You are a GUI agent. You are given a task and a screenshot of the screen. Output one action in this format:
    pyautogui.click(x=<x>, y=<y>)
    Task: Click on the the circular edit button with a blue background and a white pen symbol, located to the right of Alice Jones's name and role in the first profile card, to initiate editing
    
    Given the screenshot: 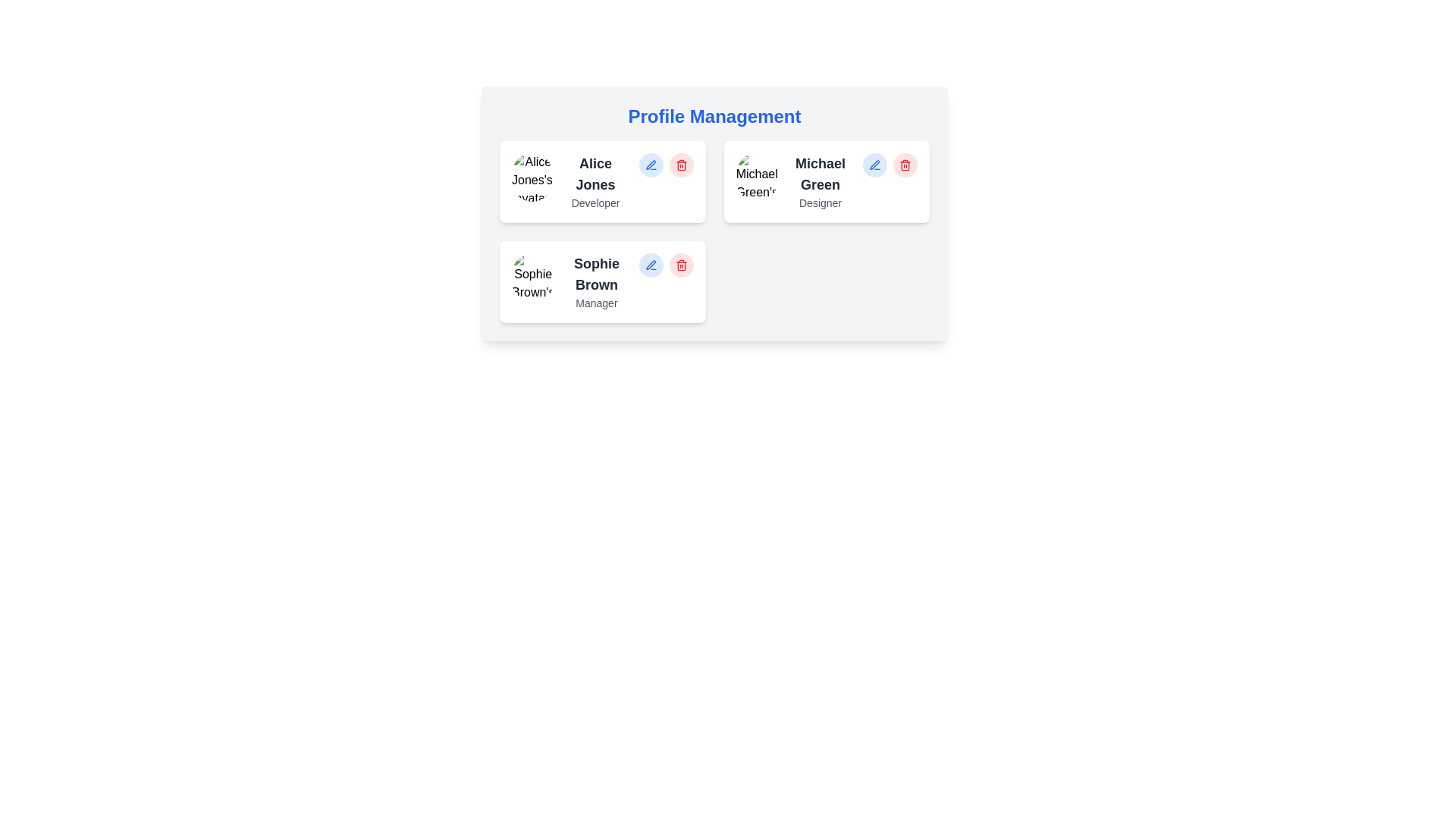 What is the action you would take?
    pyautogui.click(x=651, y=165)
    